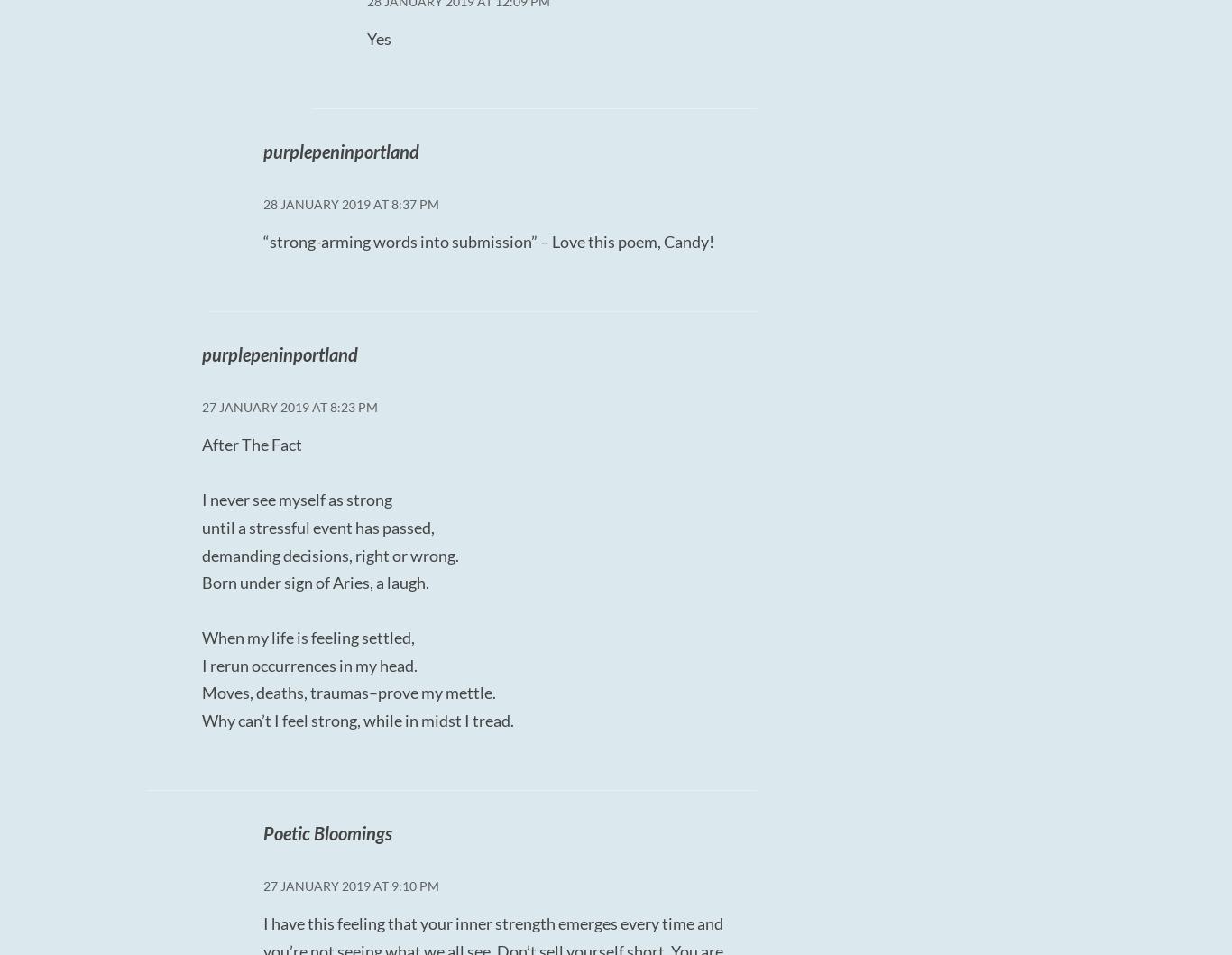  I want to click on 'Poetic Bloomings', so click(326, 832).